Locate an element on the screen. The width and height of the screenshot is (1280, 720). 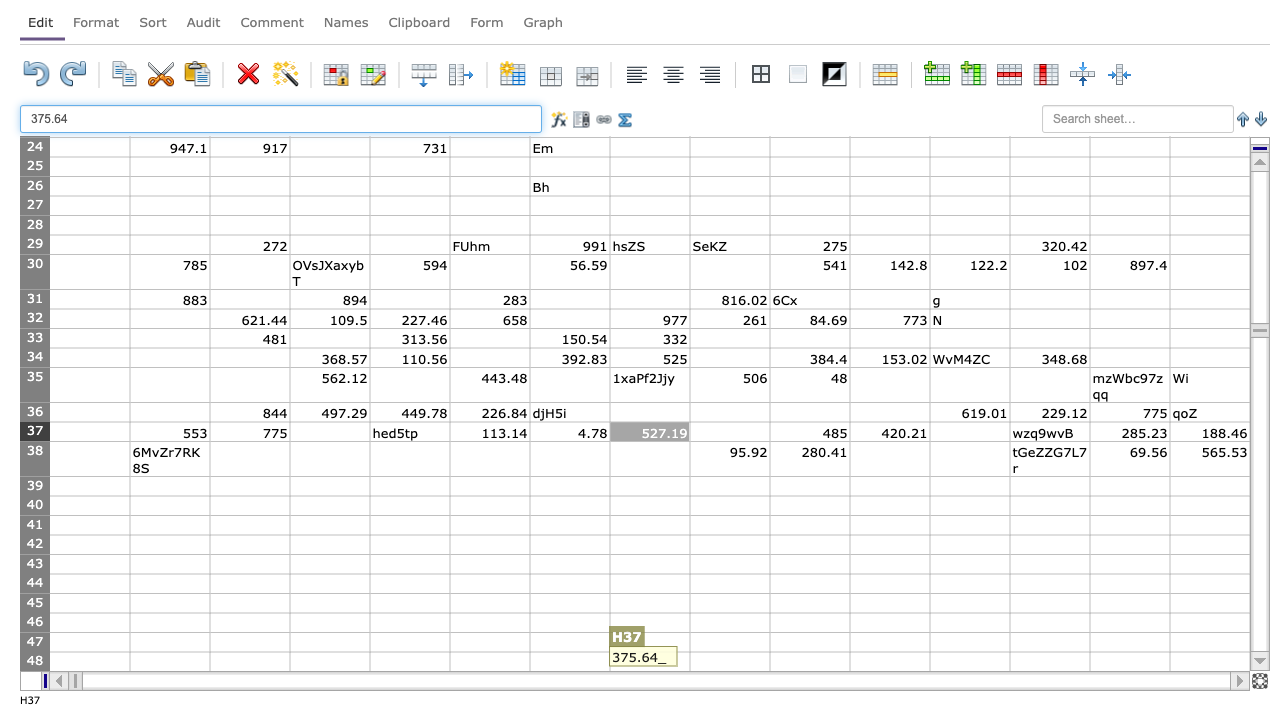
Left border of cell J-48 is located at coordinates (769, 661).